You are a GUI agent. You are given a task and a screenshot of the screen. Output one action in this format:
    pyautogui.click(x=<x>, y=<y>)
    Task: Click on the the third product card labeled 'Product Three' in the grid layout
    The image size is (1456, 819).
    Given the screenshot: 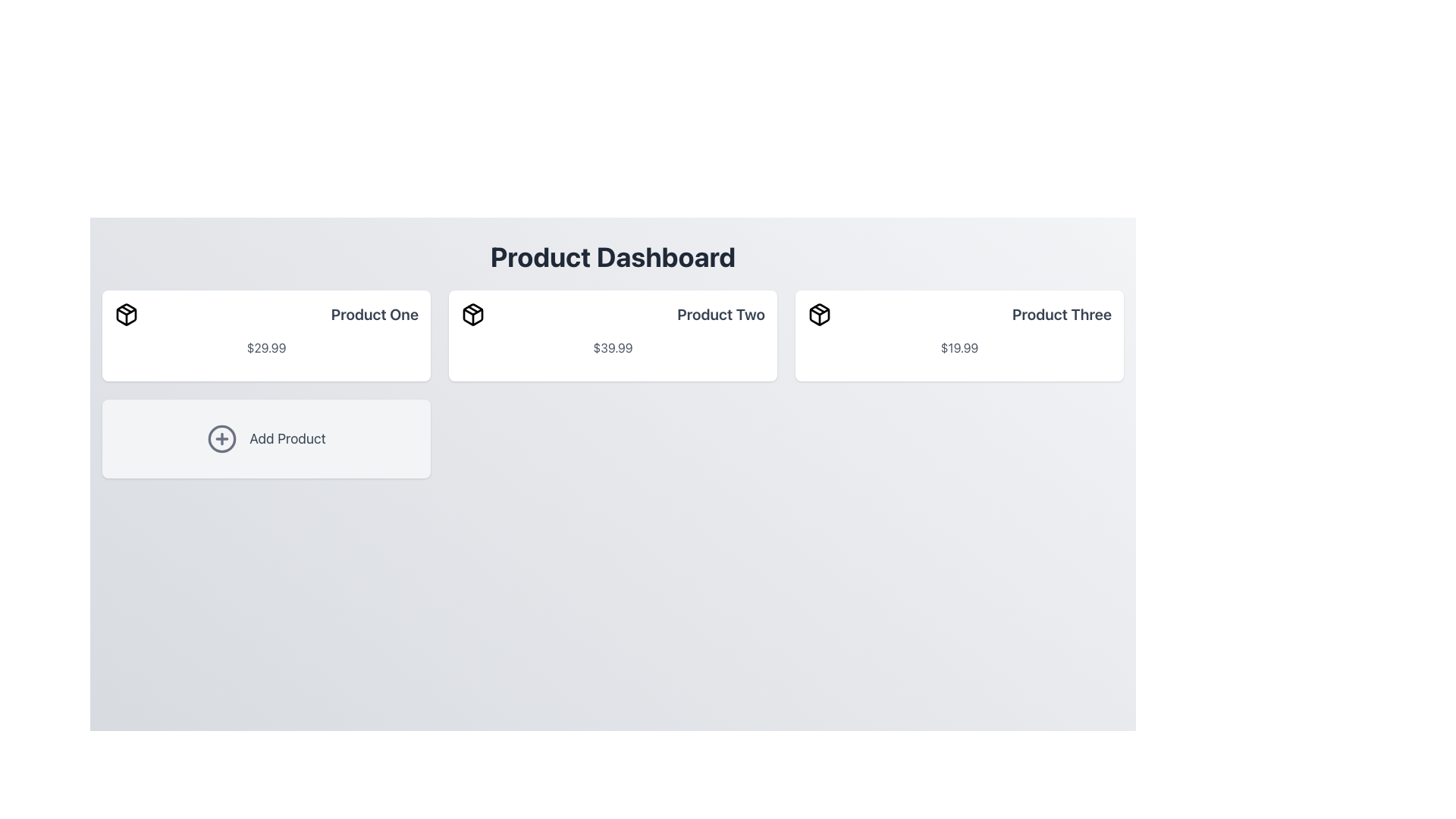 What is the action you would take?
    pyautogui.click(x=959, y=335)
    